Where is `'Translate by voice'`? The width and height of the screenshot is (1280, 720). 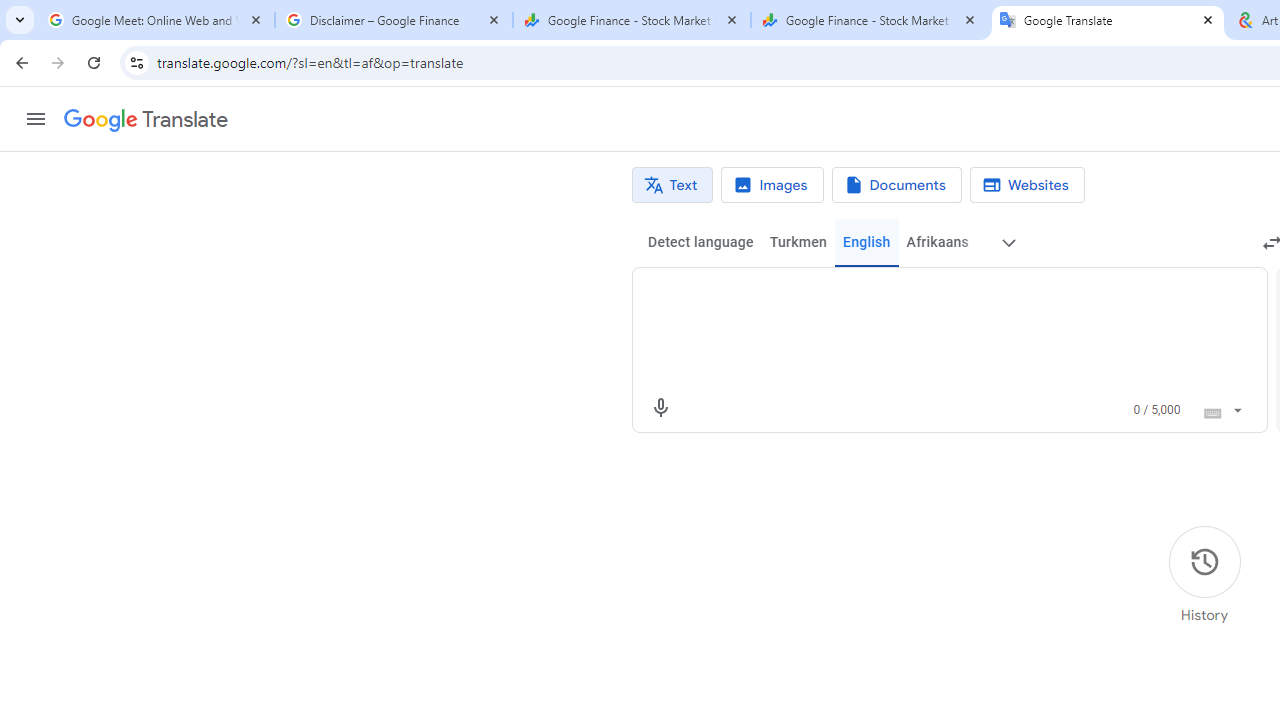 'Translate by voice' is located at coordinates (660, 406).